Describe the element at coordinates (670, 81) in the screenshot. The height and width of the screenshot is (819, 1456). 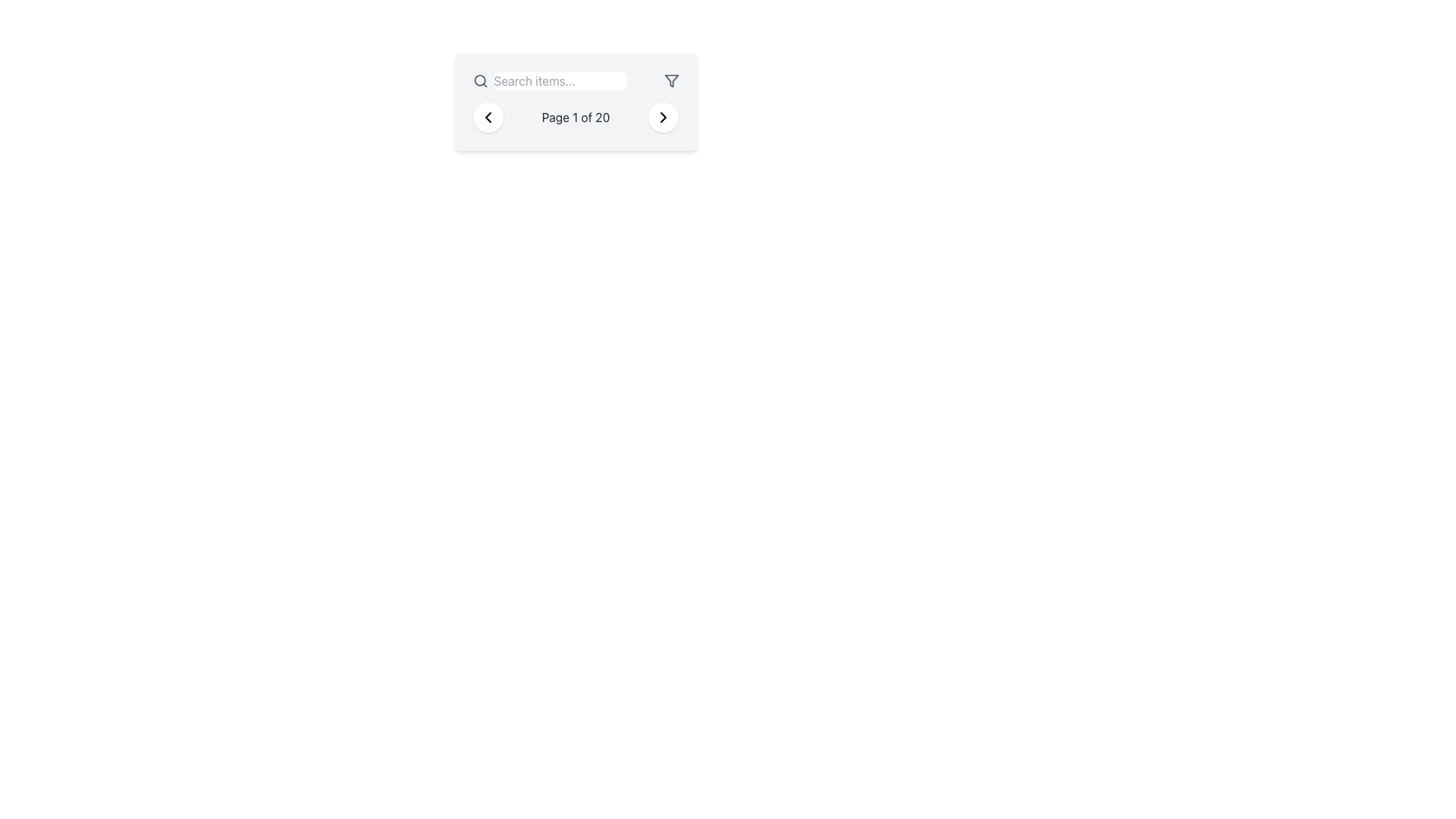
I see `the filter icon, which is a small funnel icon located to the right of the search input field` at that location.